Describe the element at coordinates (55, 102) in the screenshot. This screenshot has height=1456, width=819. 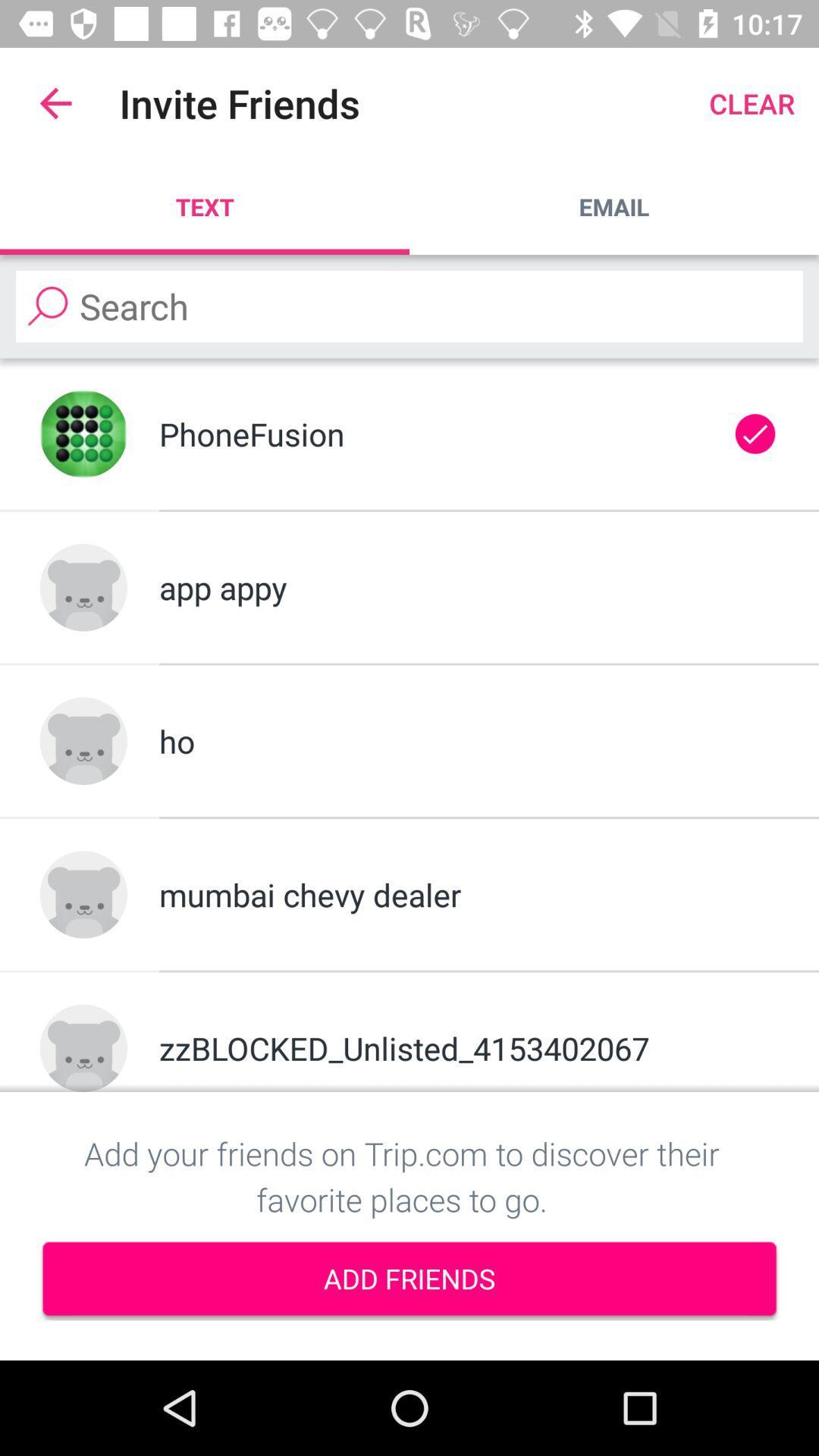
I see `the app to the left of the invite friends` at that location.